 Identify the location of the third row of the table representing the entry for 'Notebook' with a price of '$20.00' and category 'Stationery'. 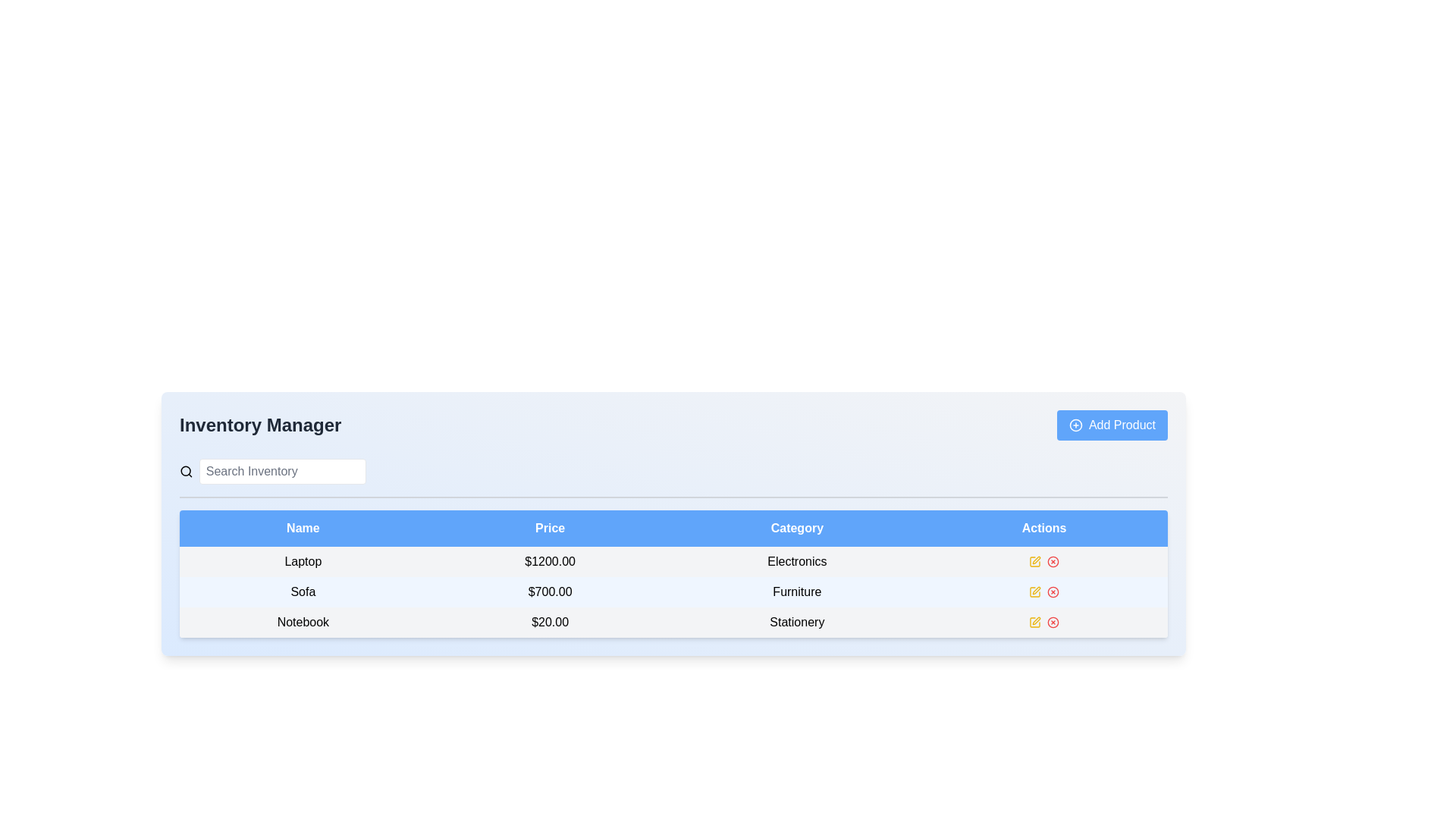
(673, 623).